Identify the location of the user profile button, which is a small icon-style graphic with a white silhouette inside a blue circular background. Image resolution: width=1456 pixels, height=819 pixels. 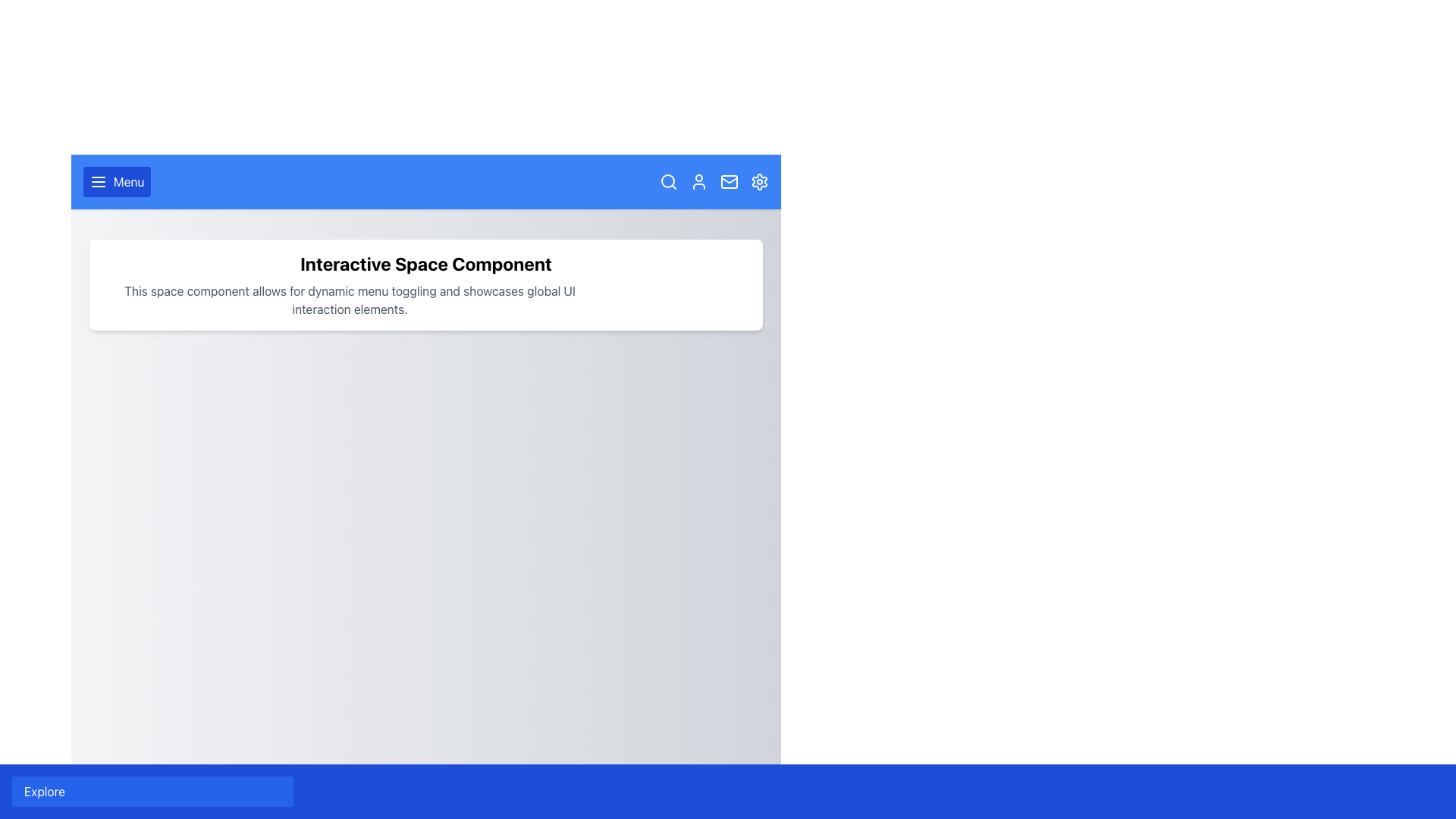
(698, 180).